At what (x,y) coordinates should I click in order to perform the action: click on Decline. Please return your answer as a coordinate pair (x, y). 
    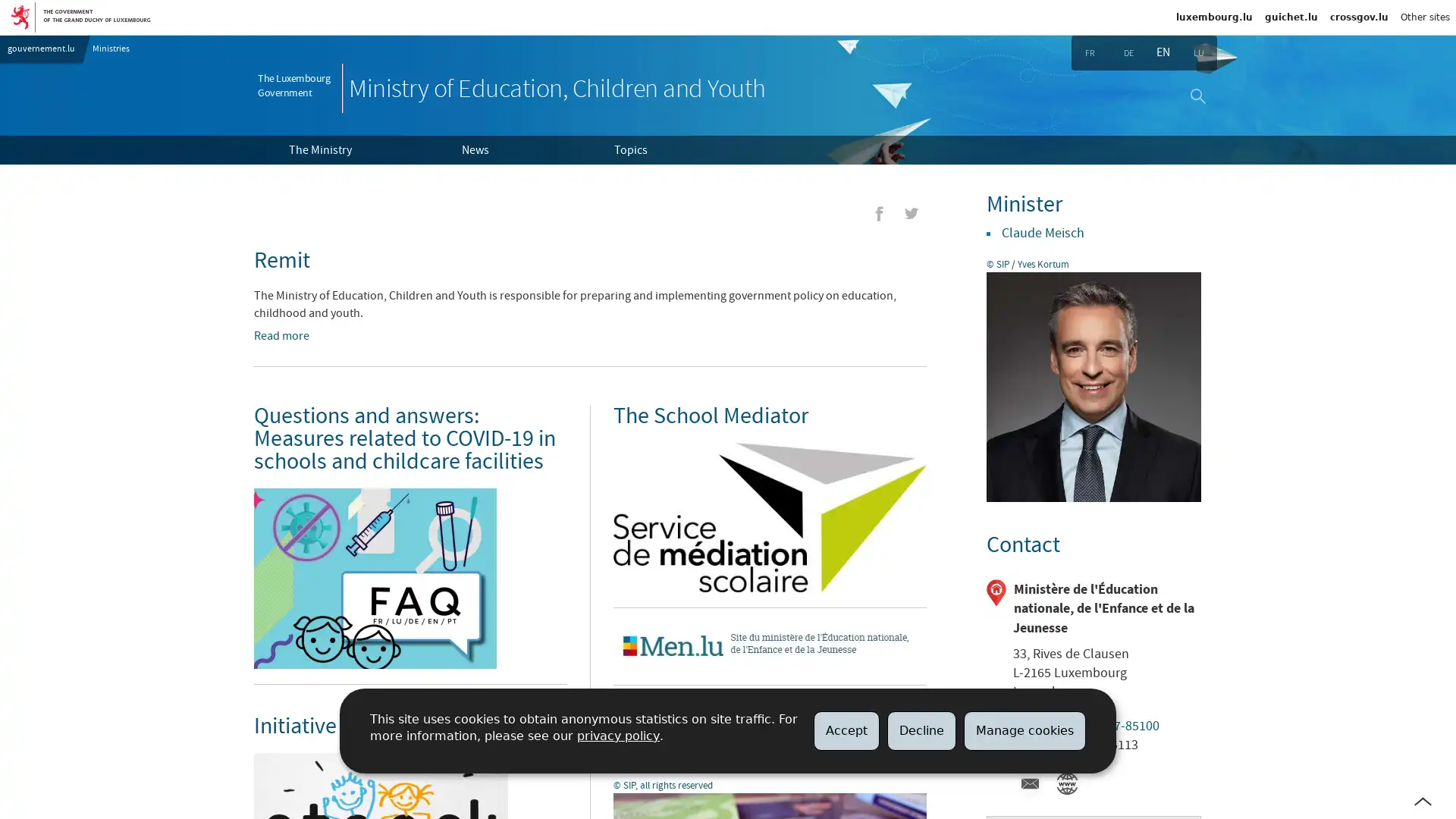
    Looking at the image, I should click on (921, 730).